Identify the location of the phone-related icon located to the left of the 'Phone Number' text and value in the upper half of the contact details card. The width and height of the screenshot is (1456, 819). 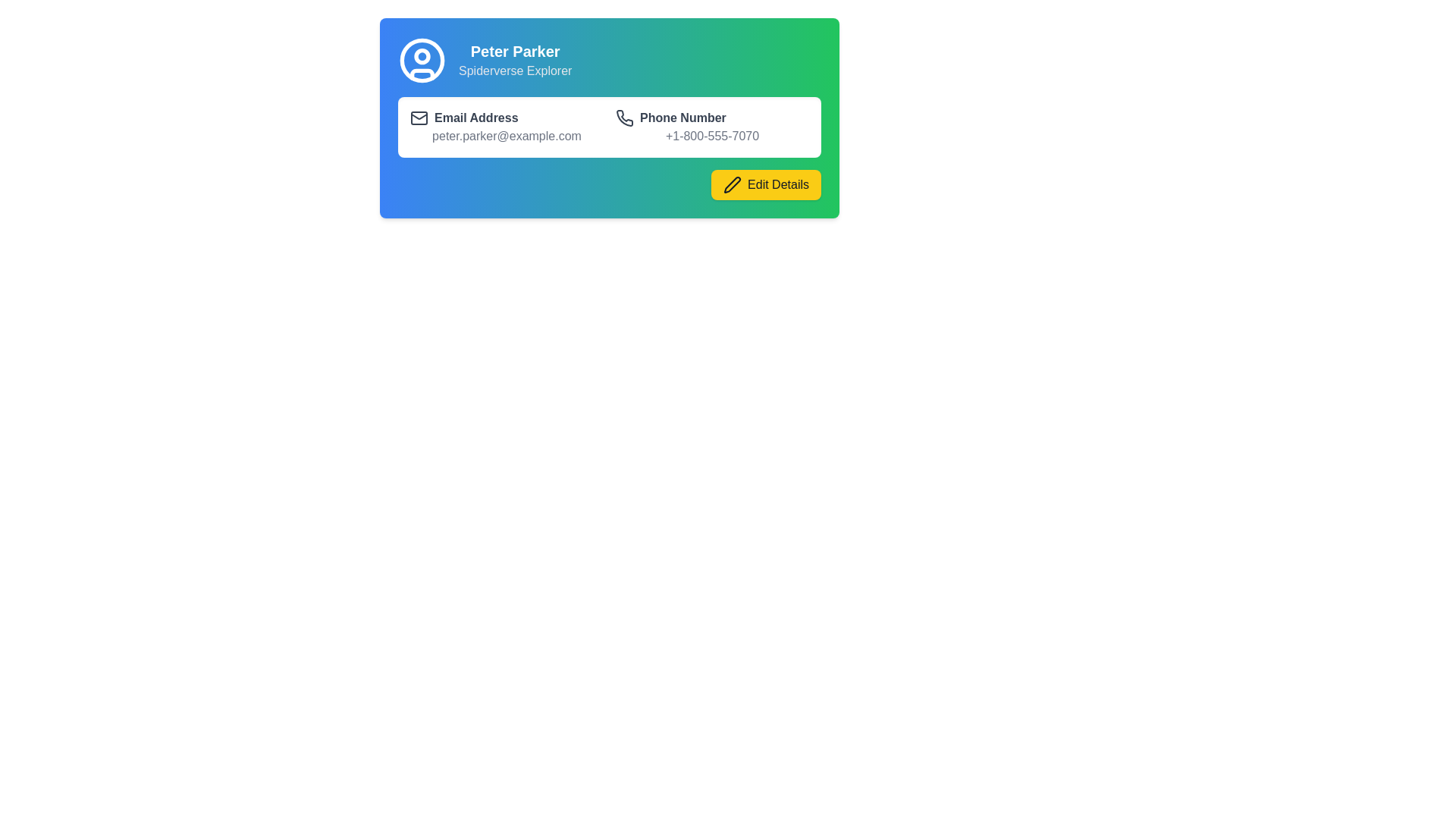
(625, 117).